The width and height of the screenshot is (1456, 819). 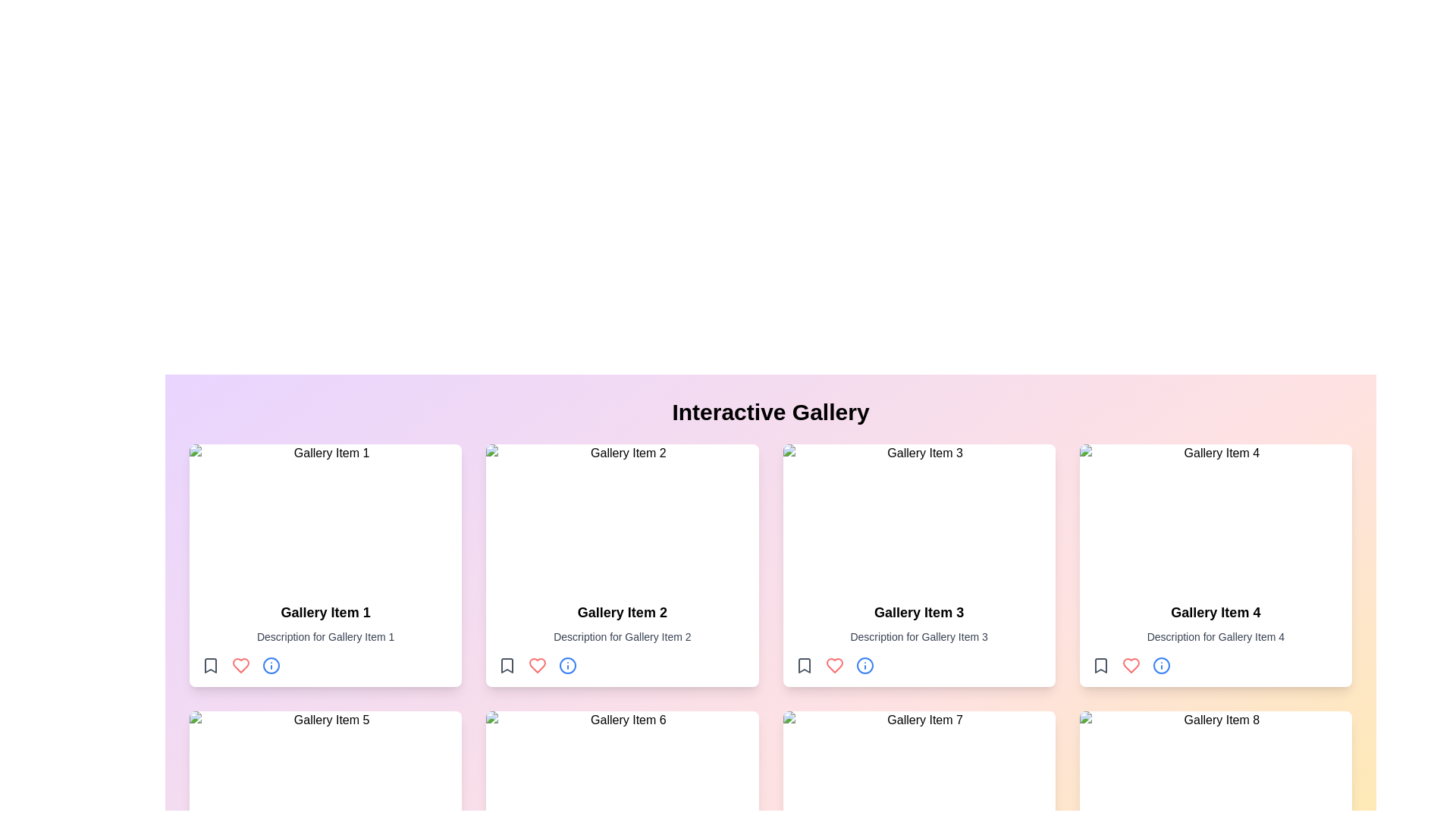 What do you see at coordinates (1131, 665) in the screenshot?
I see `the heart-shaped icon outlined in red, located beneath the description text of 'Gallery Item 4'` at bounding box center [1131, 665].